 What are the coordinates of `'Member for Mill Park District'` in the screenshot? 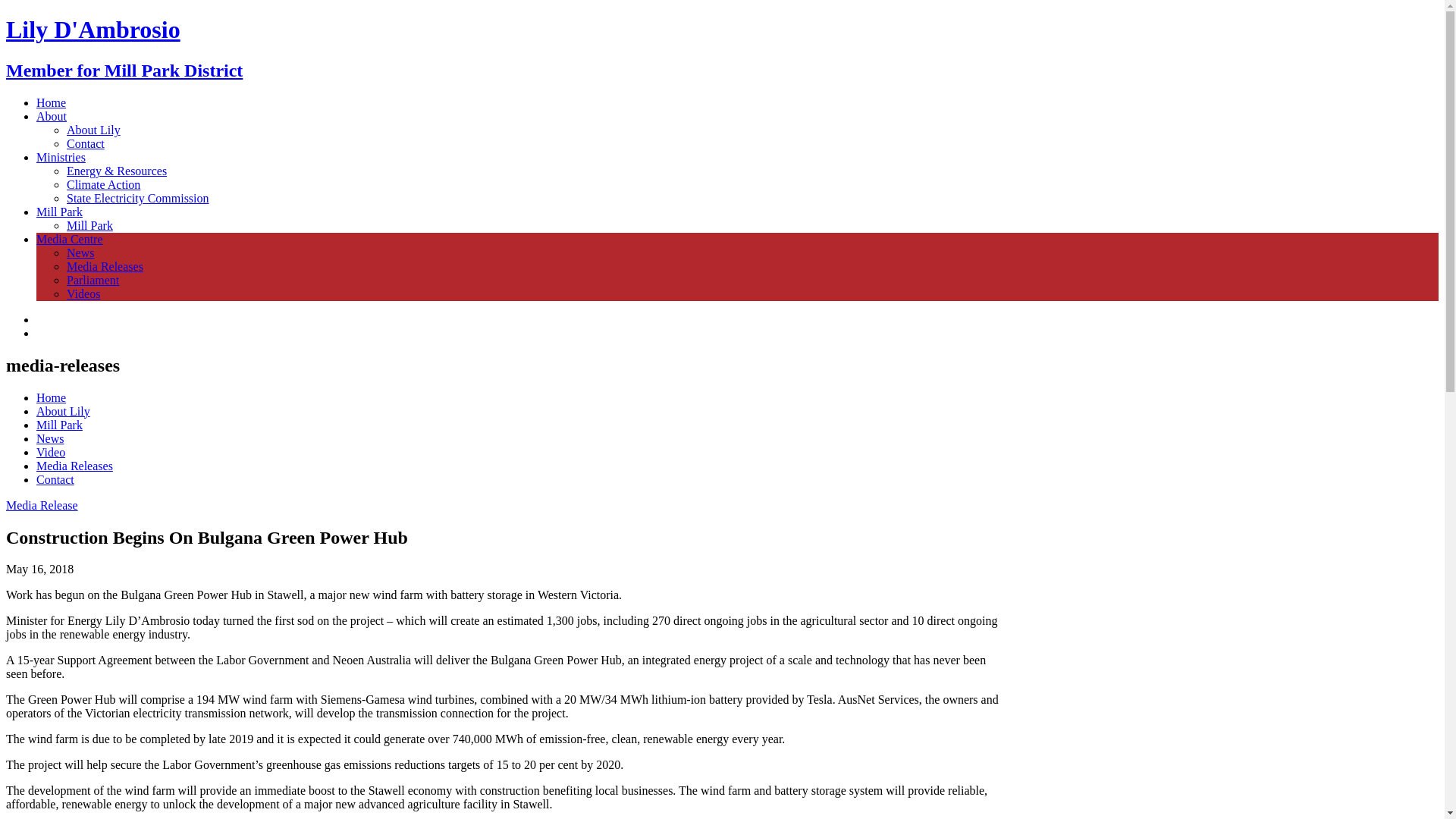 It's located at (6, 70).